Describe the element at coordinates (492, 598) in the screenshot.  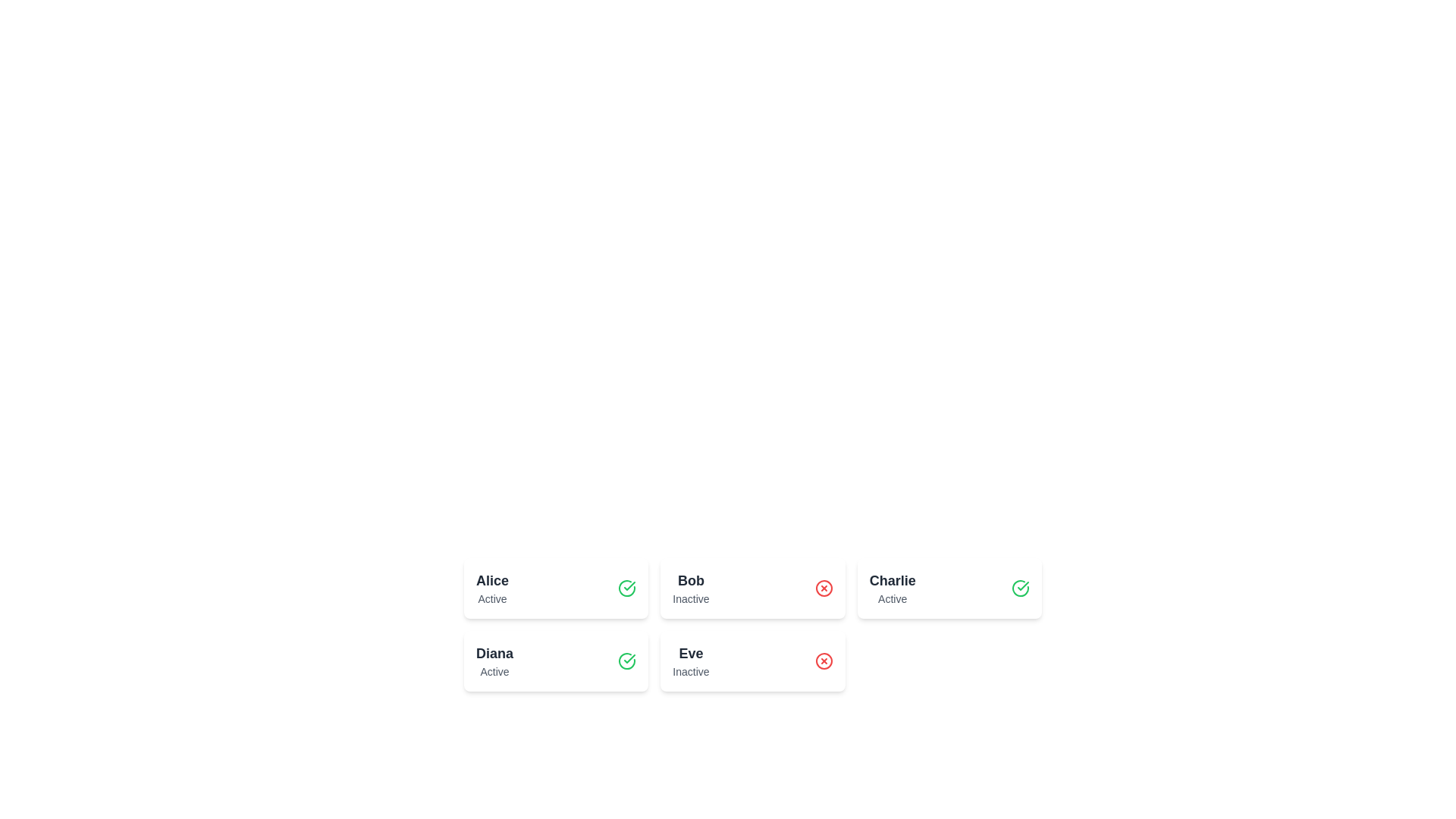
I see `the status label indicating that user 'Alice' is 'Active', located beneath the text 'Alice' in the first user information card` at that location.